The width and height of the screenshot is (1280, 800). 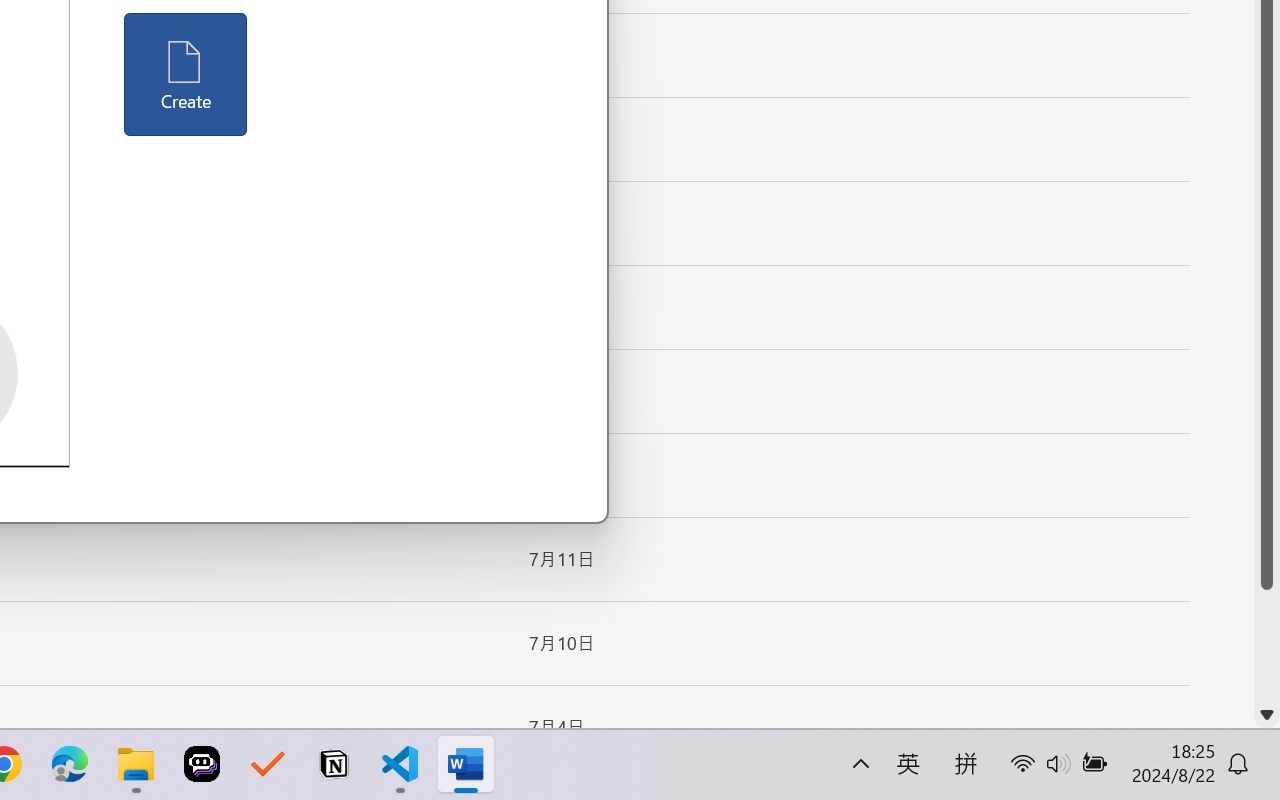 I want to click on 'Create', so click(x=185, y=74).